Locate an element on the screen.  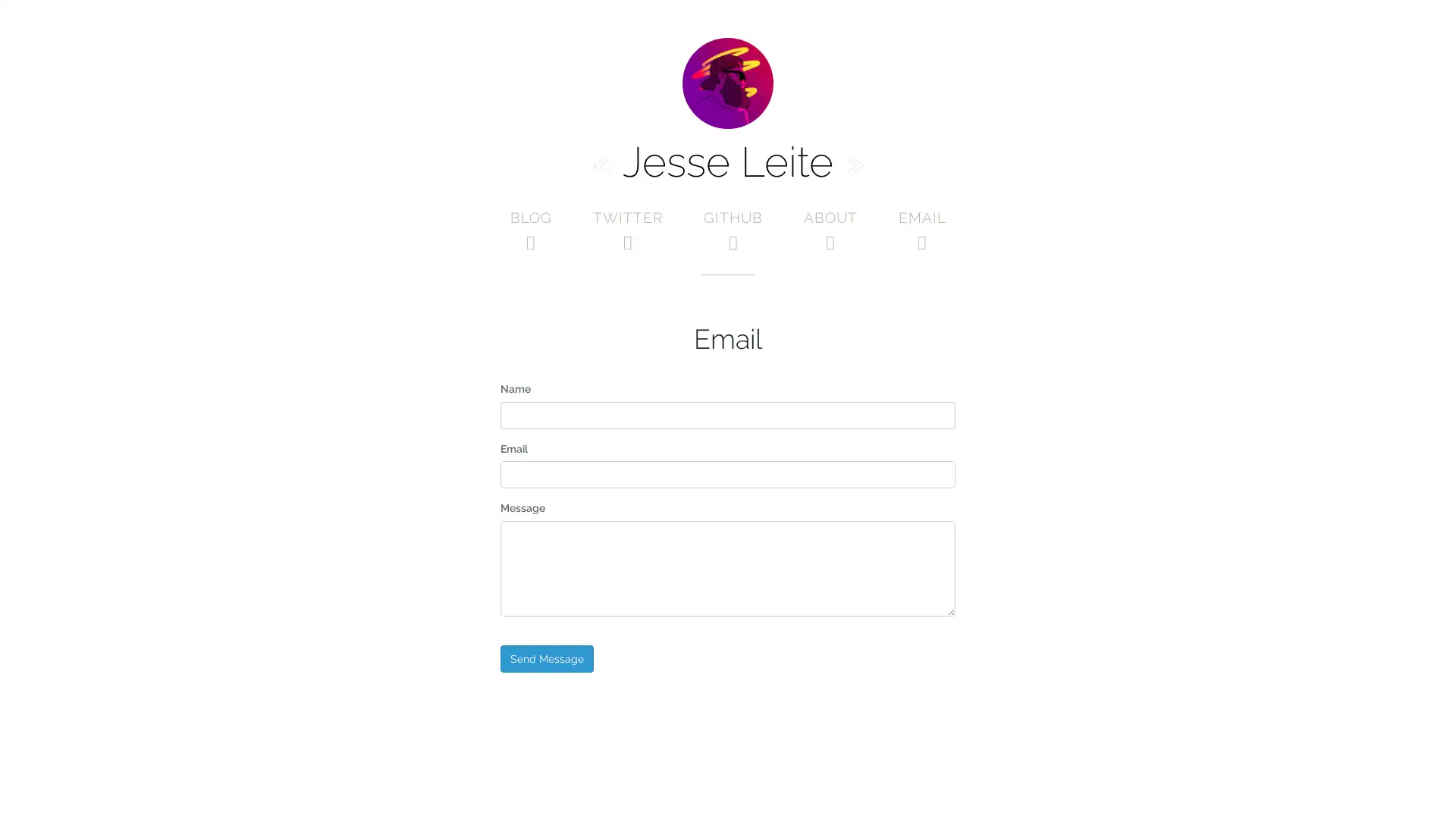
Send Message is located at coordinates (546, 657).